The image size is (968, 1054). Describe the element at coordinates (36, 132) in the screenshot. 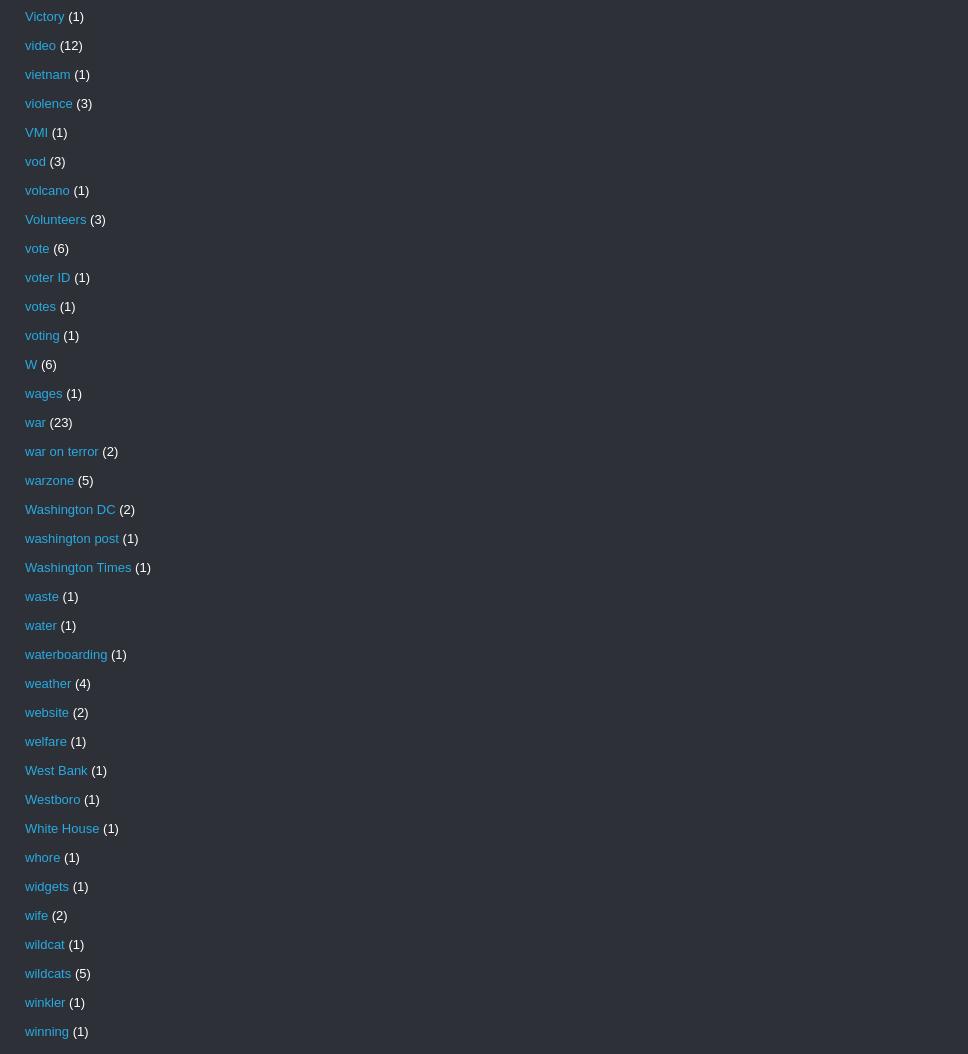

I see `'VMI'` at that location.